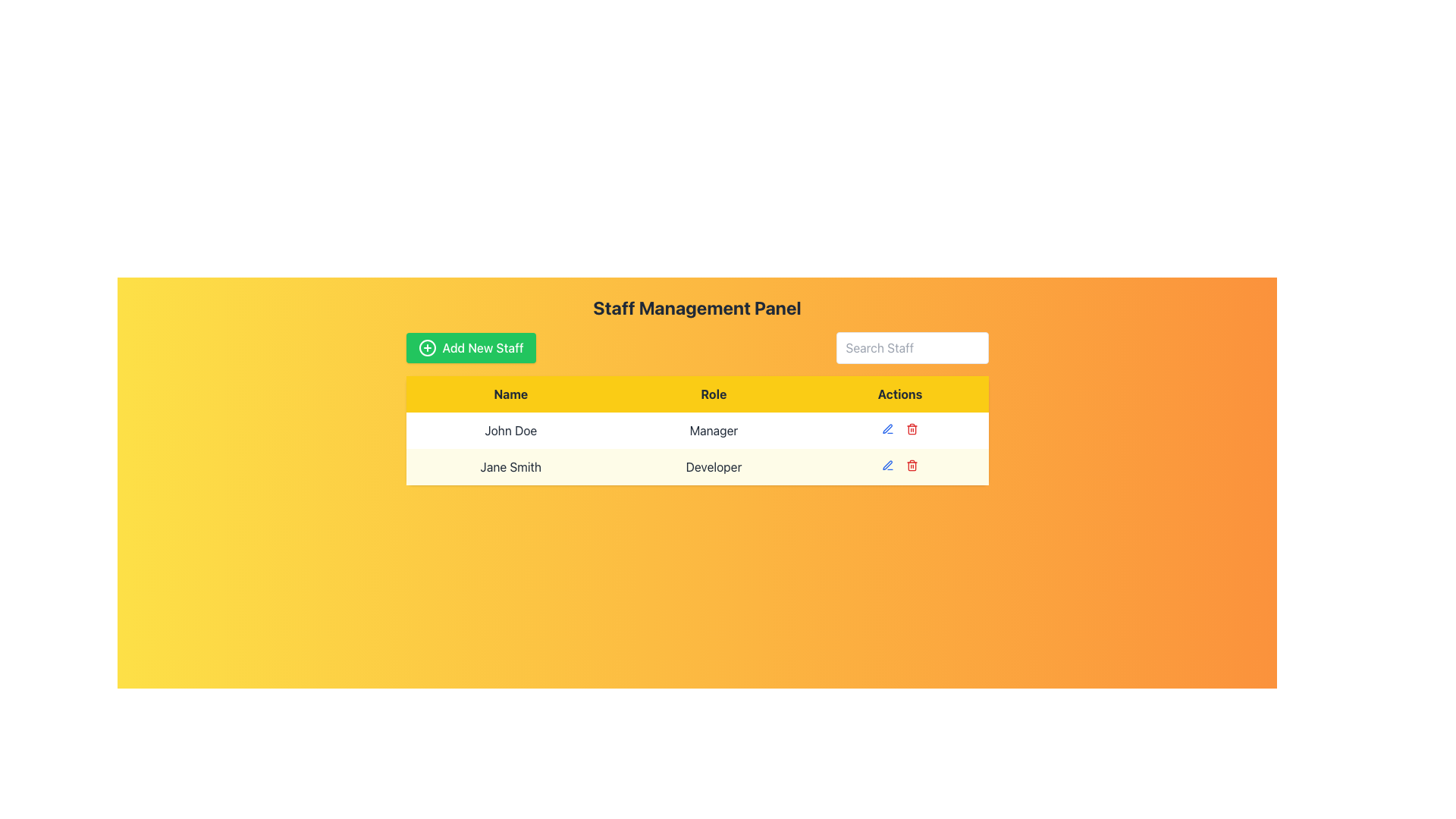 This screenshot has height=819, width=1456. Describe the element at coordinates (696, 430) in the screenshot. I see `the 'Role' text label that indicates the designation for 'John Doe' in the staff management interface` at that location.